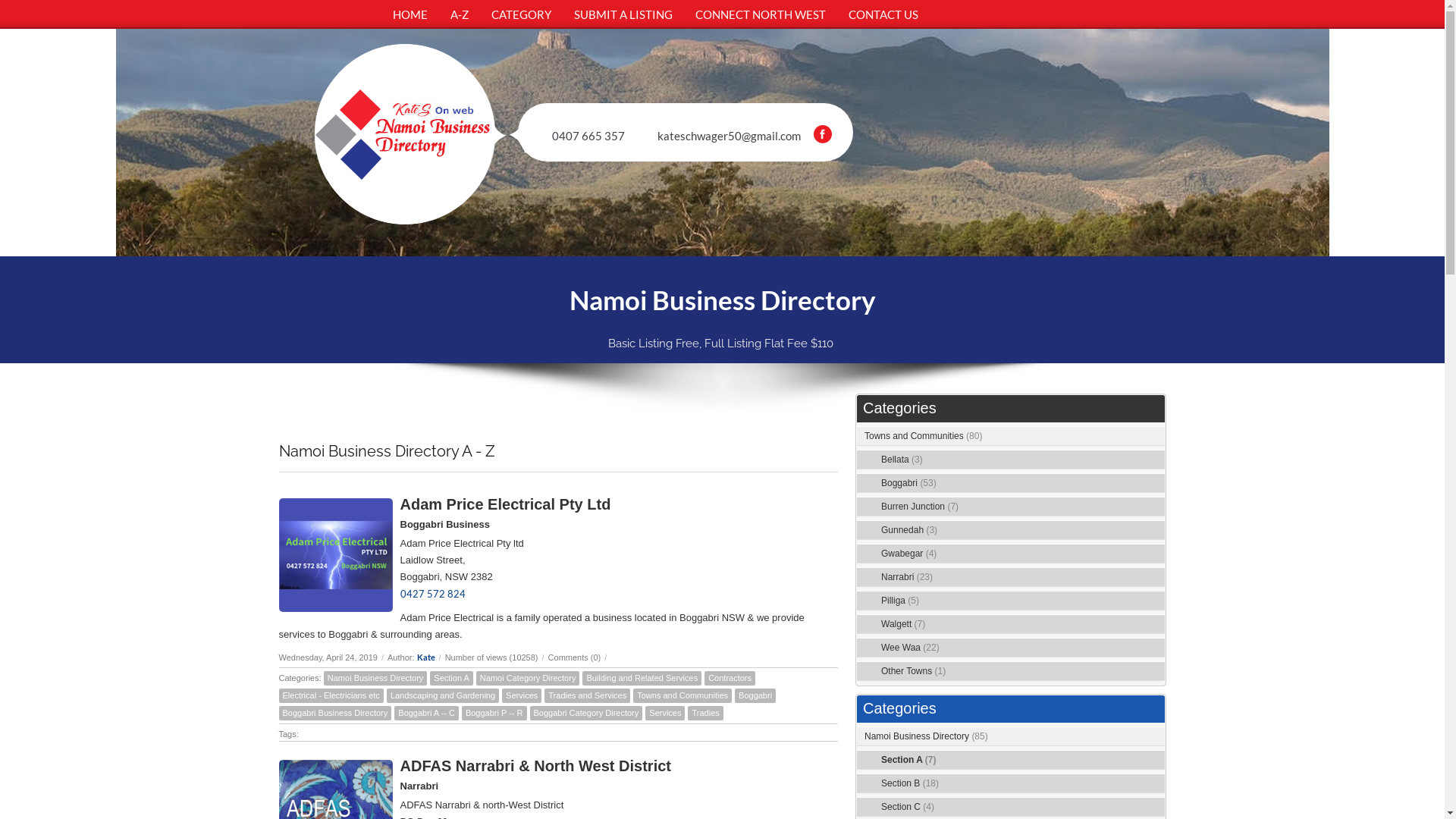 Image resolution: width=1456 pixels, height=819 pixels. What do you see at coordinates (521, 695) in the screenshot?
I see `'Services'` at bounding box center [521, 695].